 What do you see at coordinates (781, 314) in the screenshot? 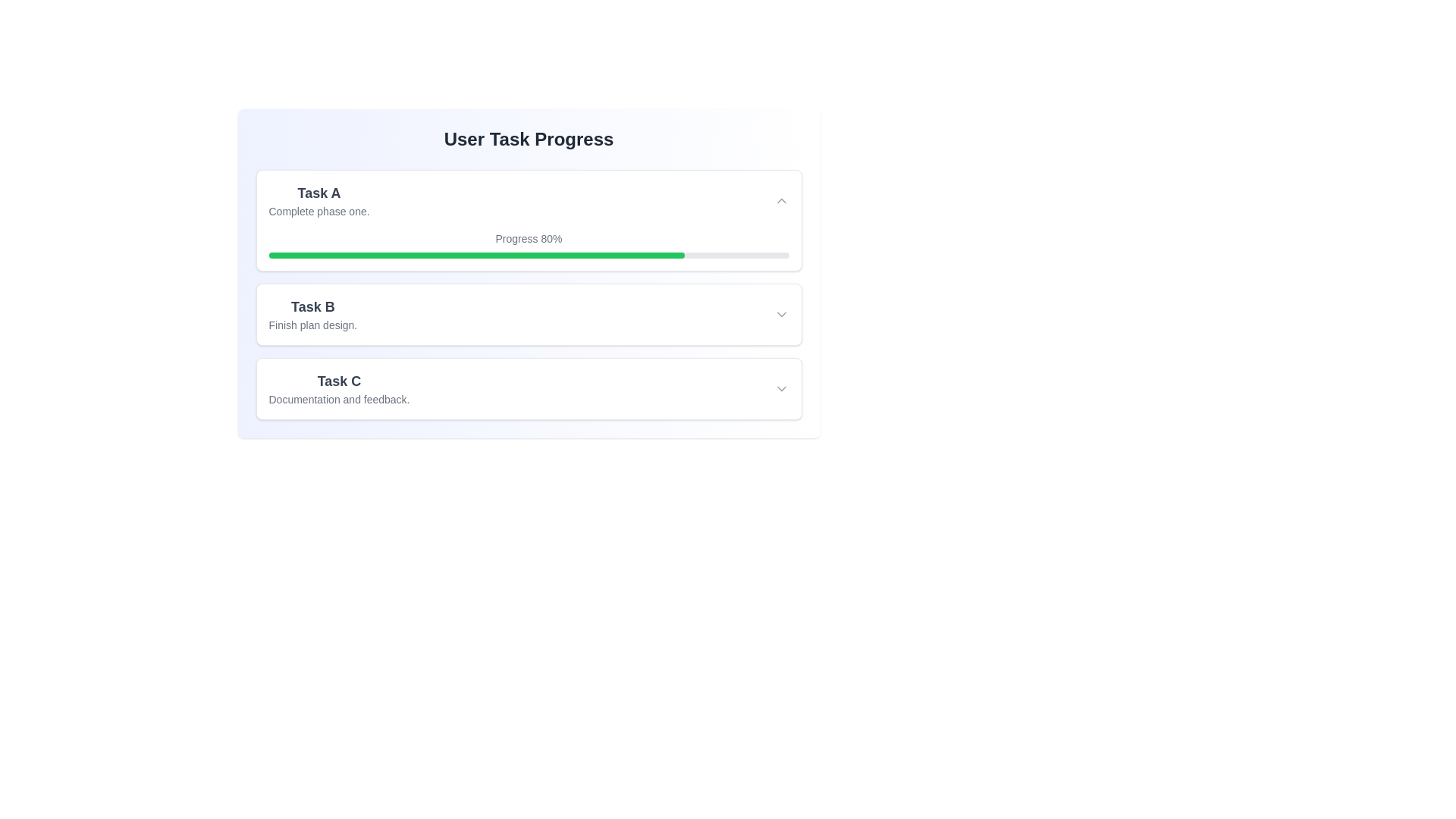
I see `the downward-pointing chevron icon button located at the far-right side of the 'Task B' card` at bounding box center [781, 314].